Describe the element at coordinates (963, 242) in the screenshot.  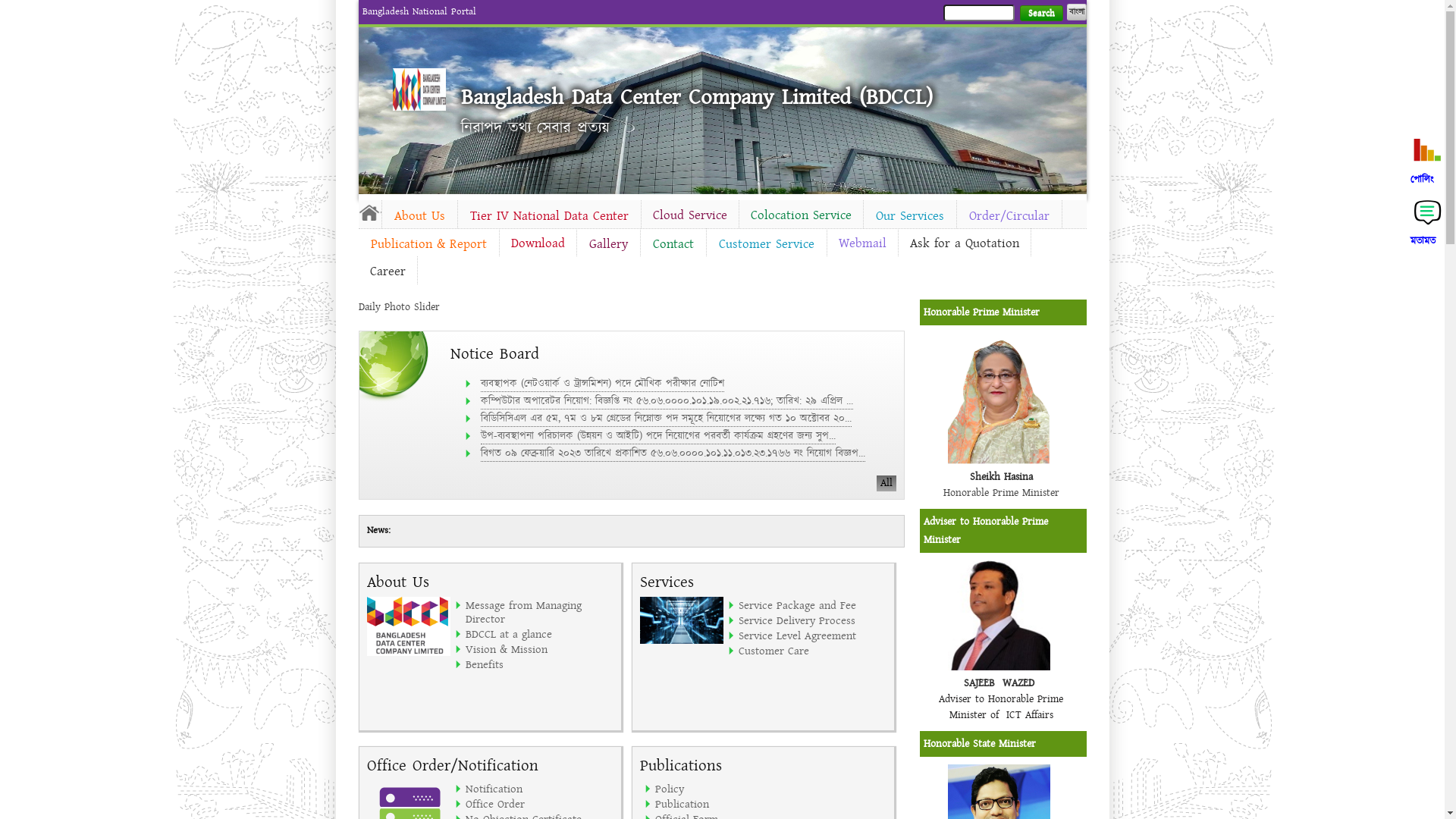
I see `'Ask for a Quotation'` at that location.